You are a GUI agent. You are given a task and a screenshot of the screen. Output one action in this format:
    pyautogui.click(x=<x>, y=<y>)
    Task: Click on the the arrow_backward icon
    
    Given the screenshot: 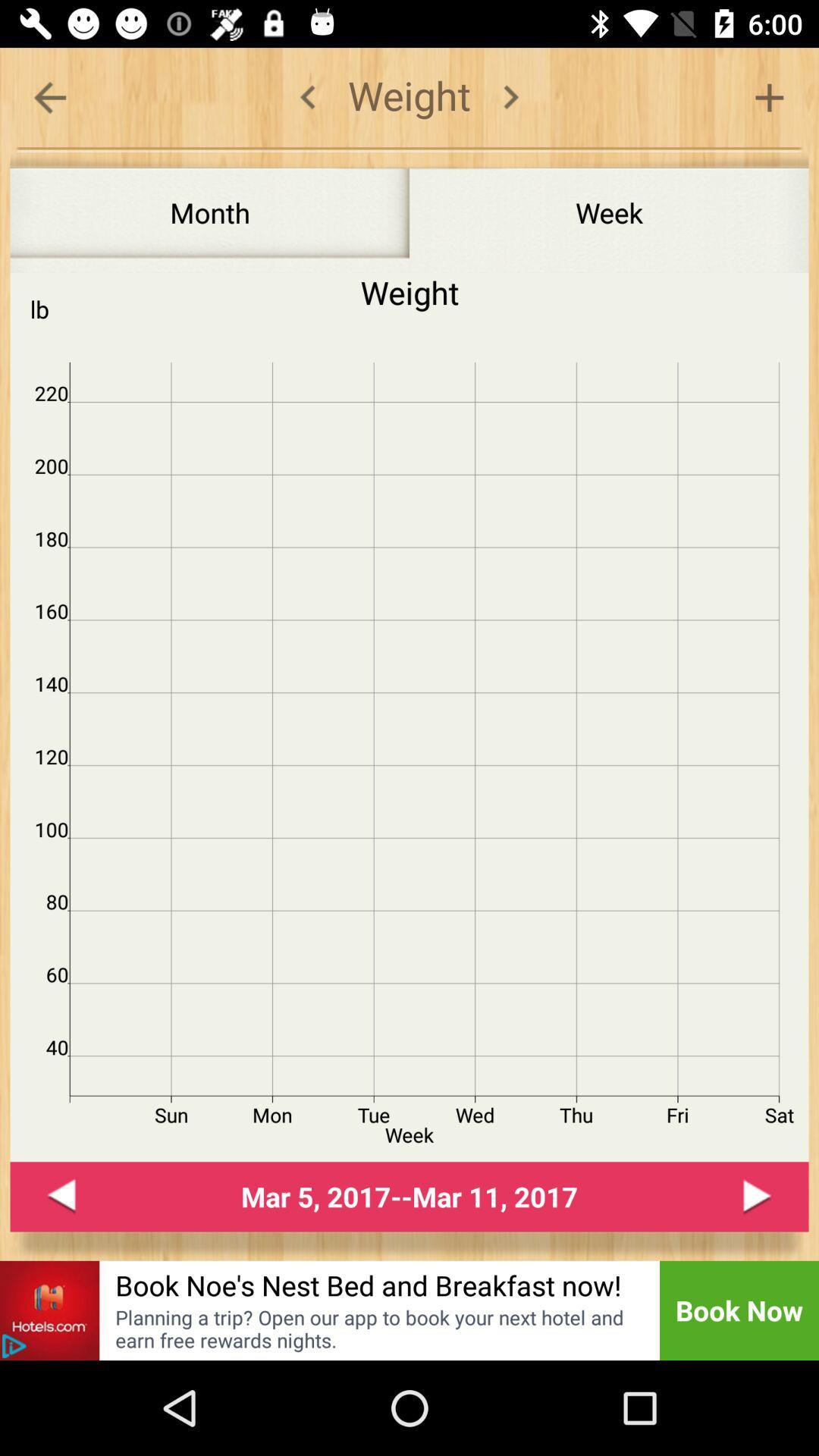 What is the action you would take?
    pyautogui.click(x=61, y=1196)
    